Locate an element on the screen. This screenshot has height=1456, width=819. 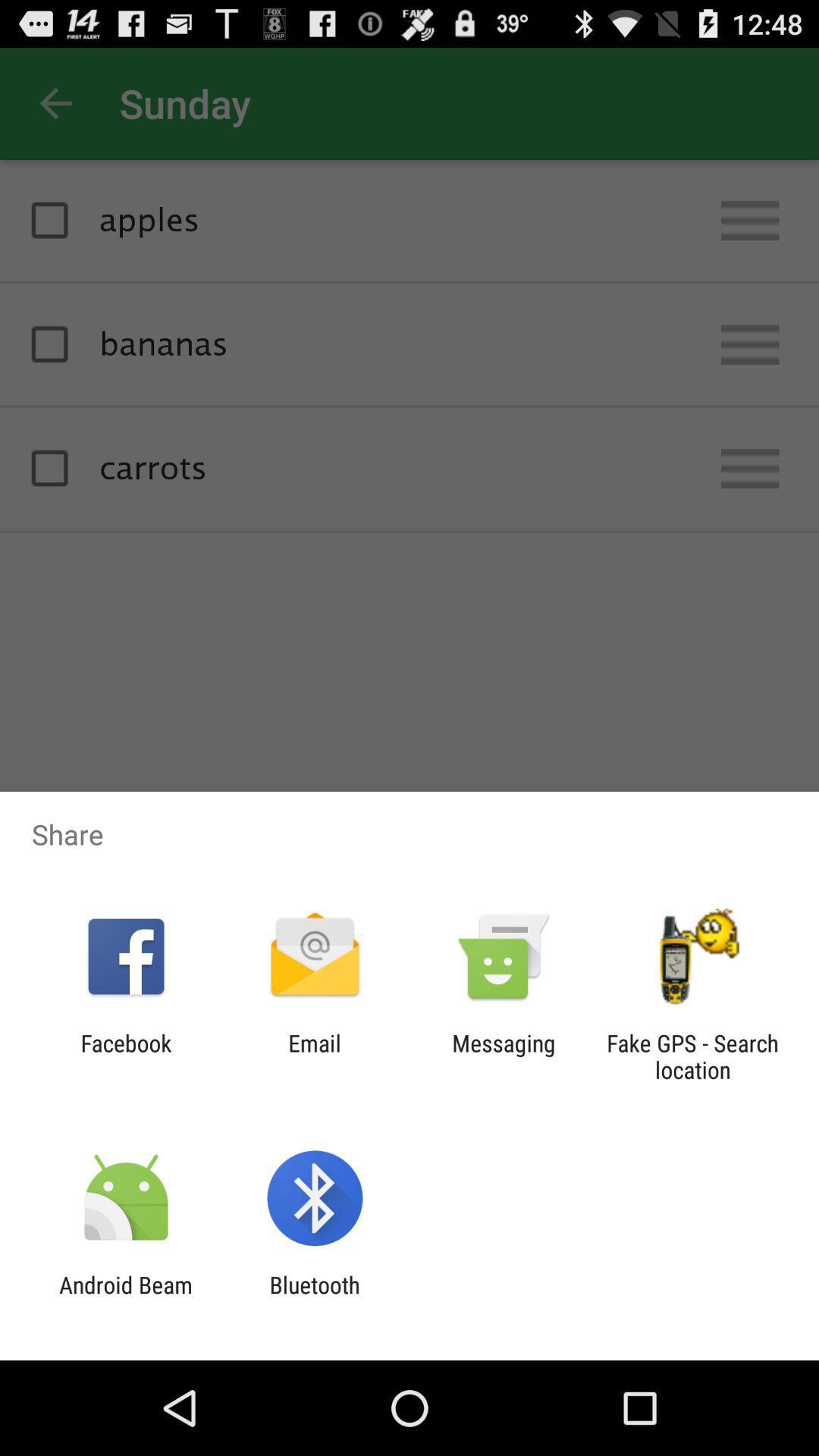
the app next to messaging app is located at coordinates (692, 1056).